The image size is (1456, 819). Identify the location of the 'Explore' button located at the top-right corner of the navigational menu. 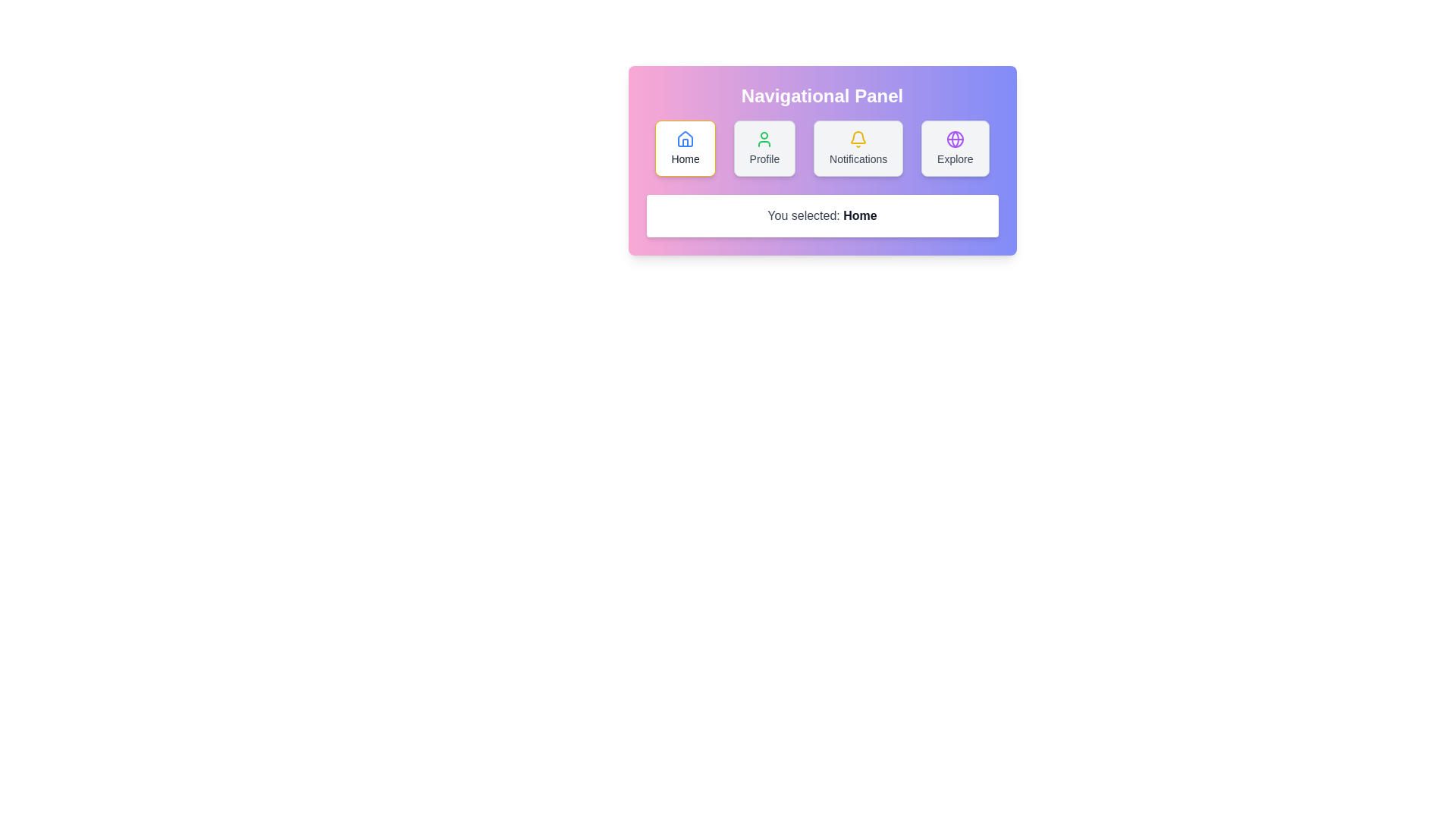
(954, 149).